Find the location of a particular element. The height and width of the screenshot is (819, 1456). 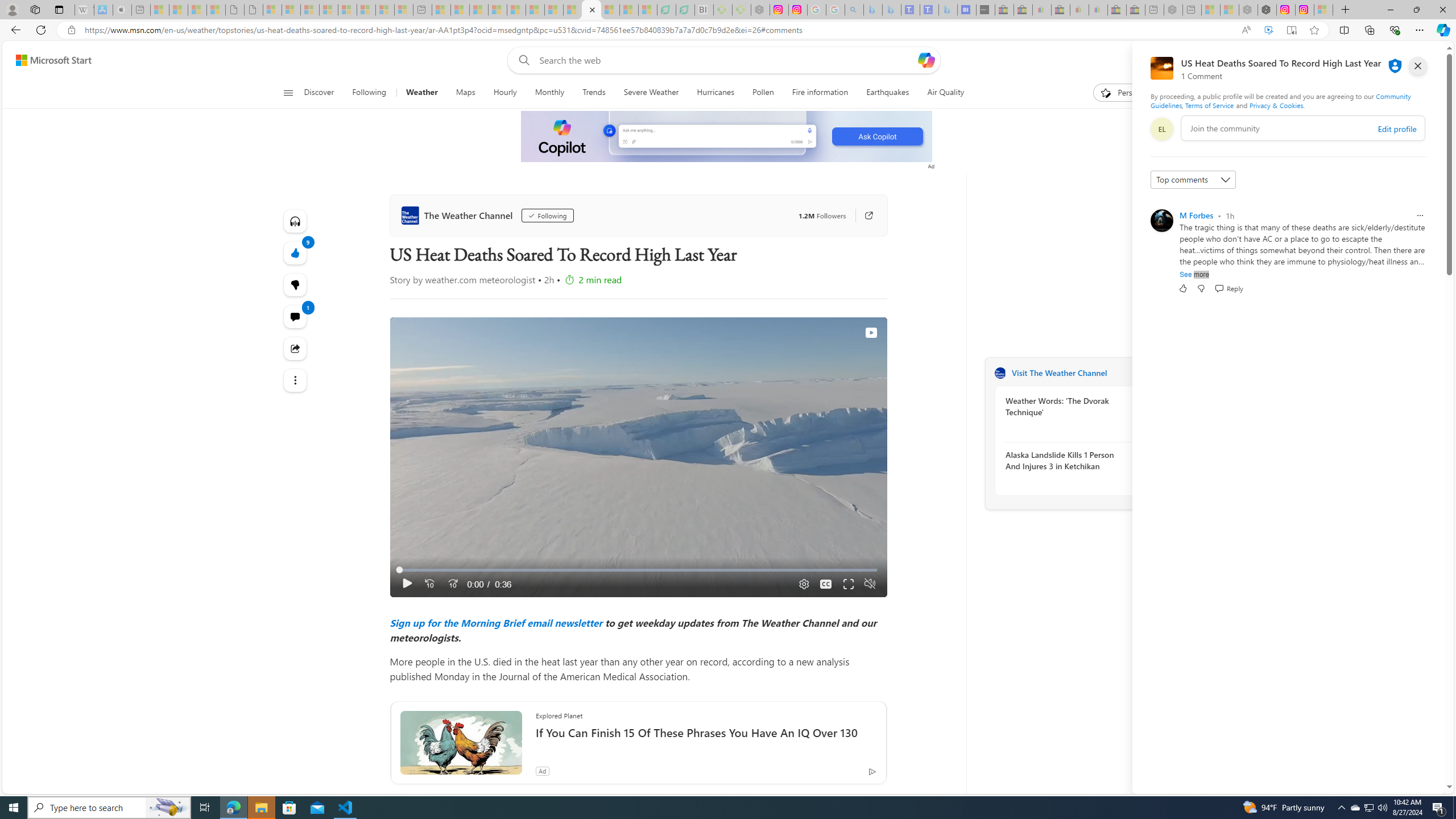

'Press Room - eBay Inc. - Sleeping' is located at coordinates (1116, 9).